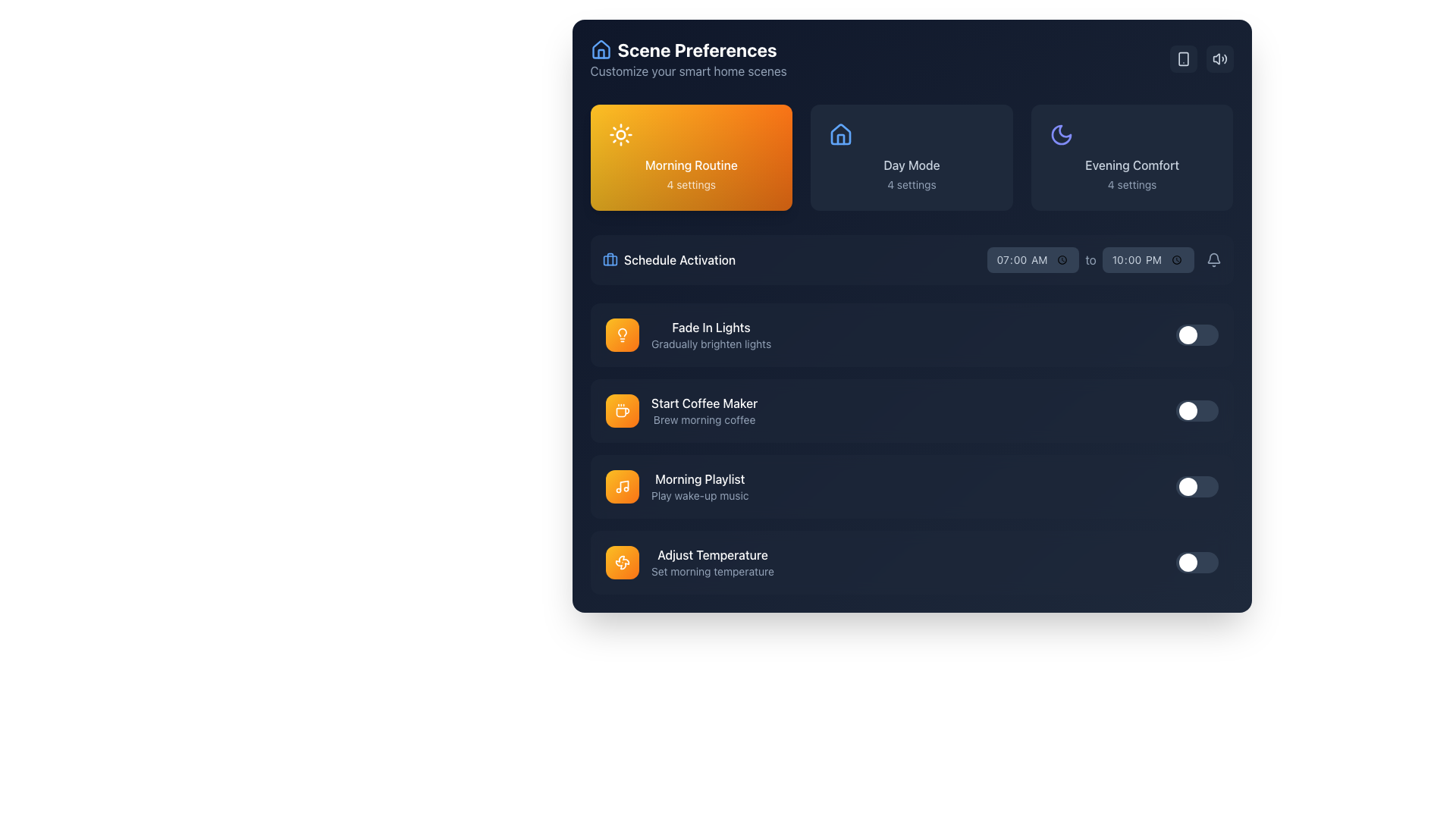 This screenshot has width=1456, height=819. Describe the element at coordinates (698, 486) in the screenshot. I see `the 'Morning Playlist' text element` at that location.